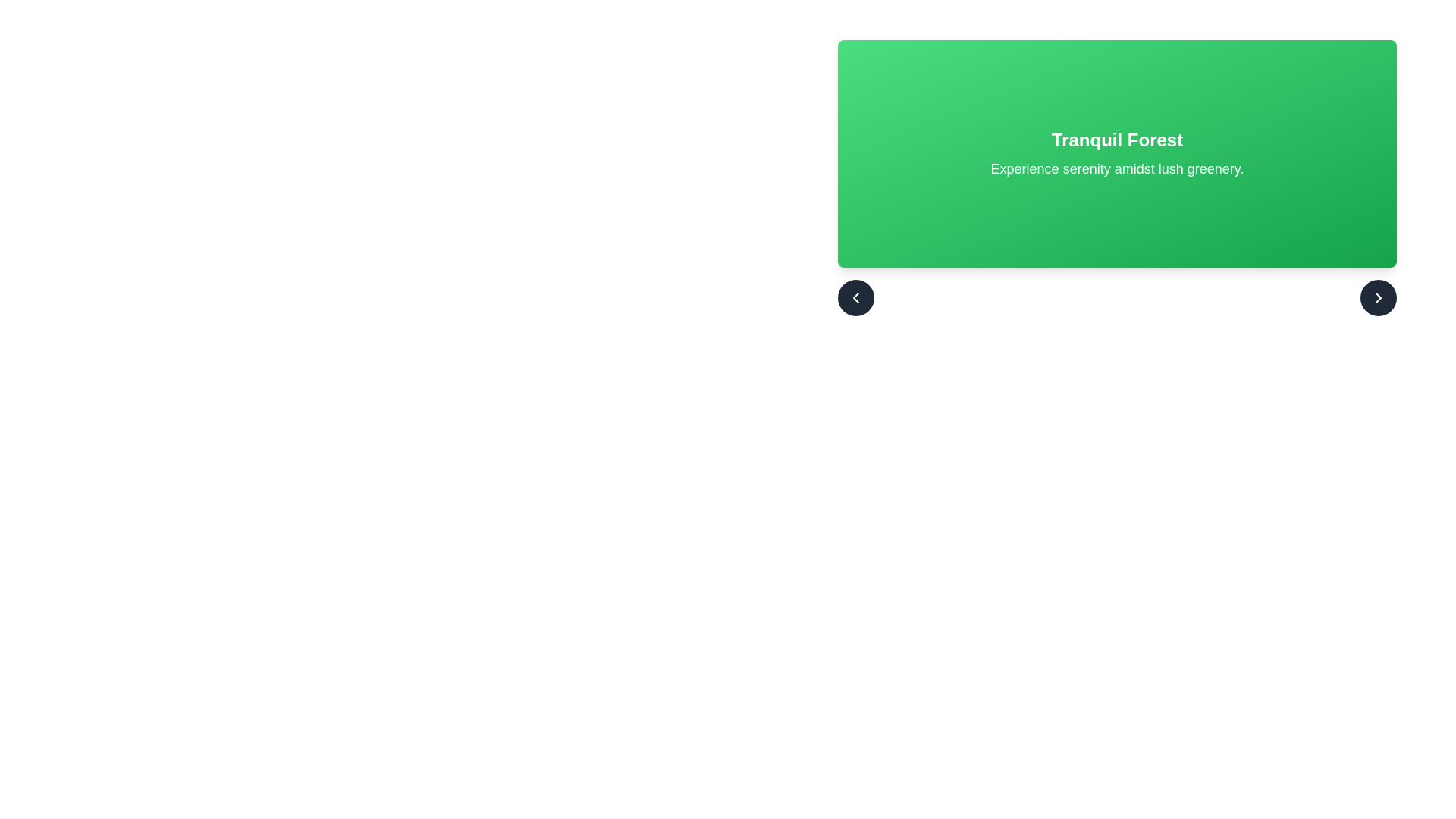 This screenshot has width=1456, height=819. Describe the element at coordinates (855, 298) in the screenshot. I see `the chevron icon contained within the circular button located at the bottom-left corner of the green card labeled 'Tranquil Forest' by clicking on it` at that location.